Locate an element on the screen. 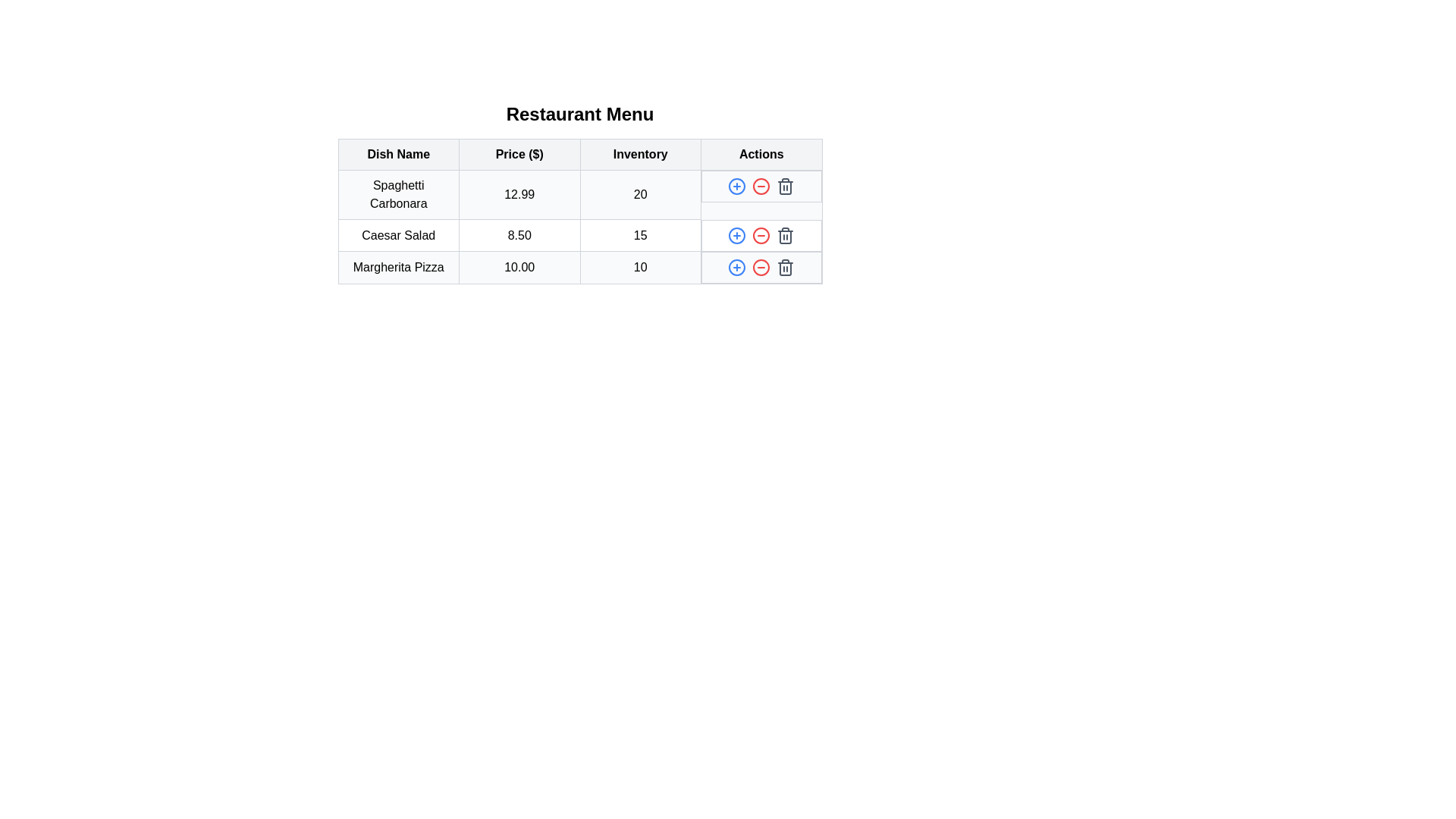 This screenshot has width=1456, height=819. the trash icon for the menu item Spaghetti Carbonara is located at coordinates (786, 186).